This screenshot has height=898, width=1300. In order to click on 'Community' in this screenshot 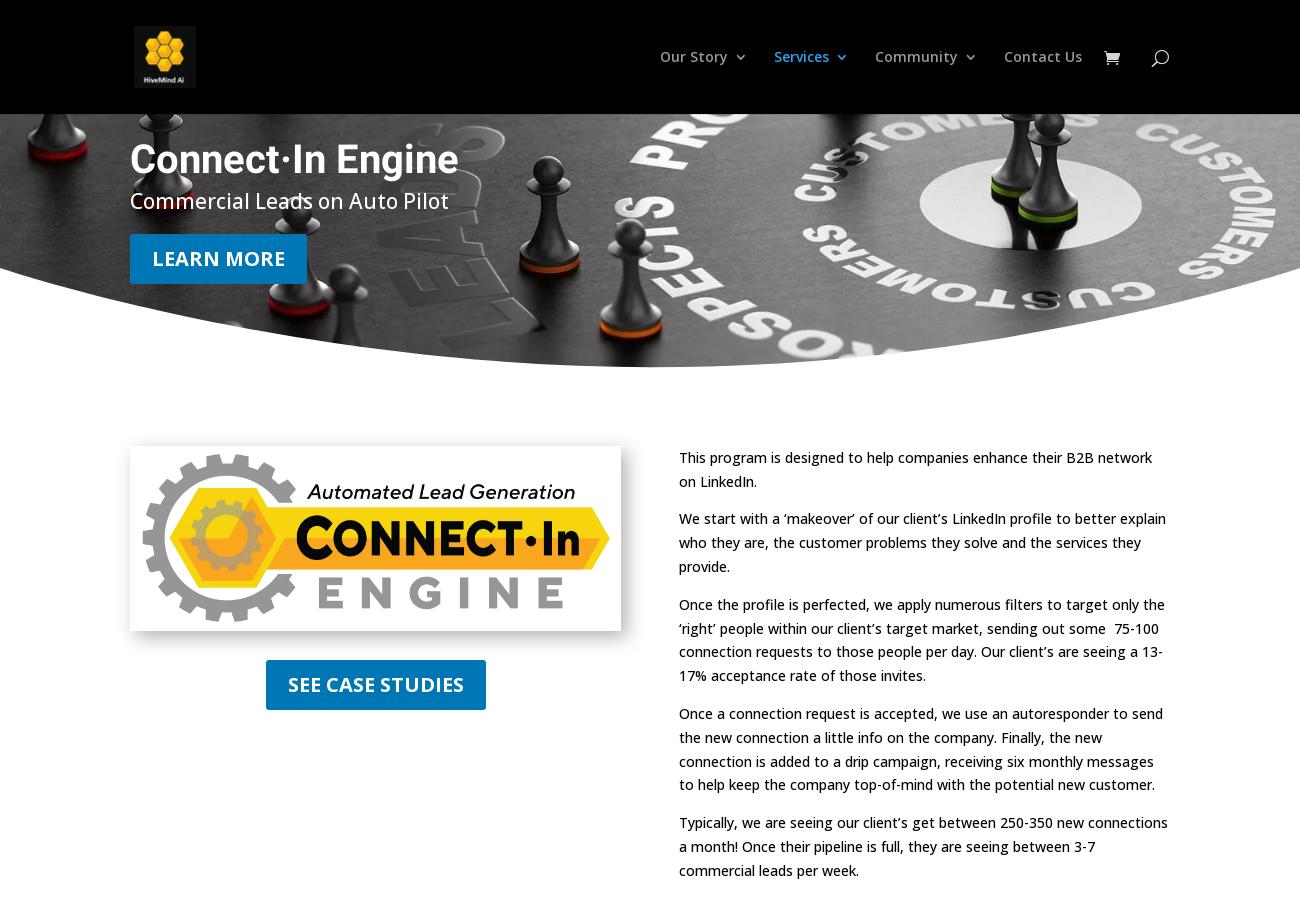, I will do `click(915, 55)`.